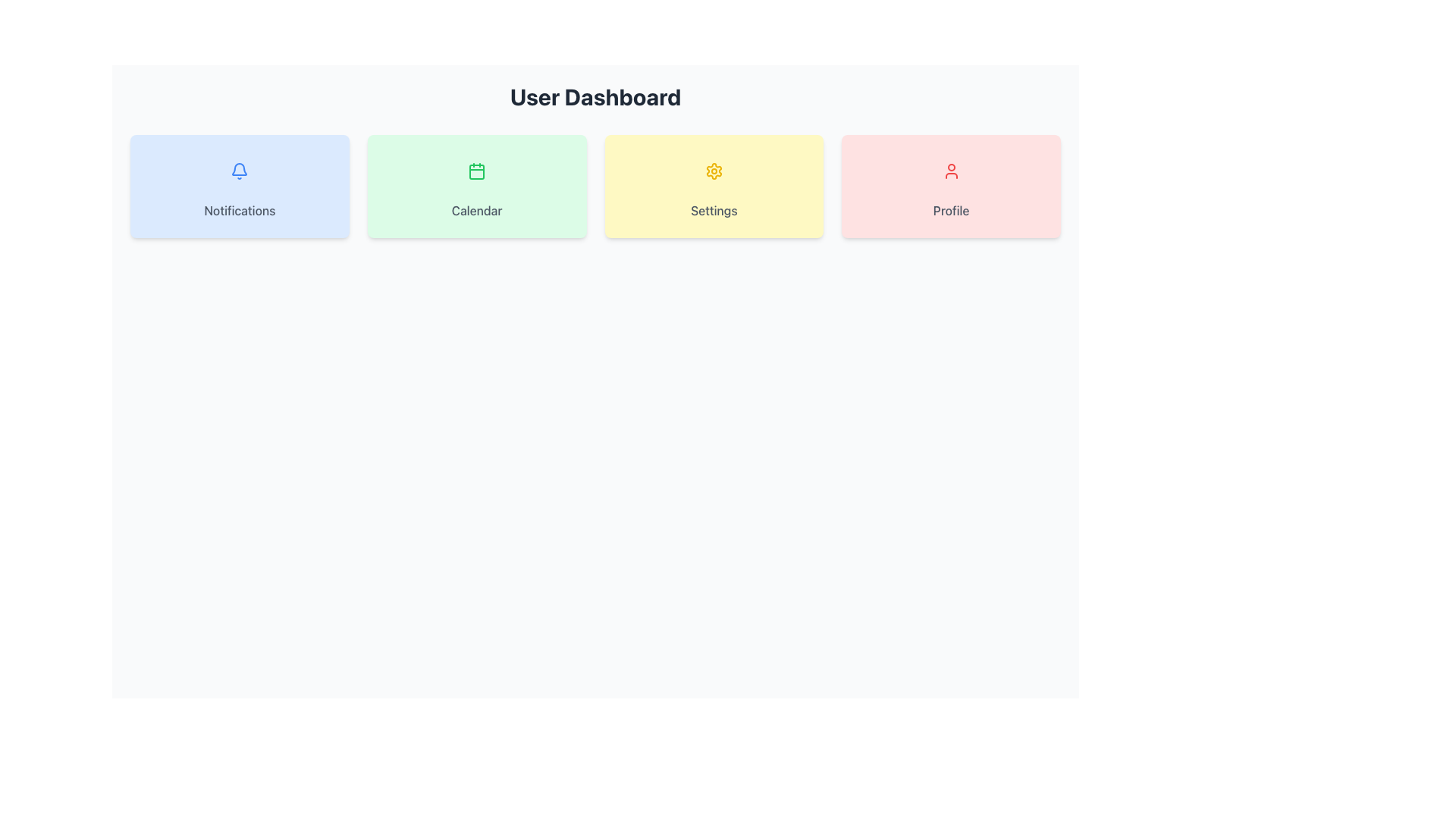 The width and height of the screenshot is (1456, 819). What do you see at coordinates (713, 186) in the screenshot?
I see `the 'Settings' button in the dashboard` at bounding box center [713, 186].